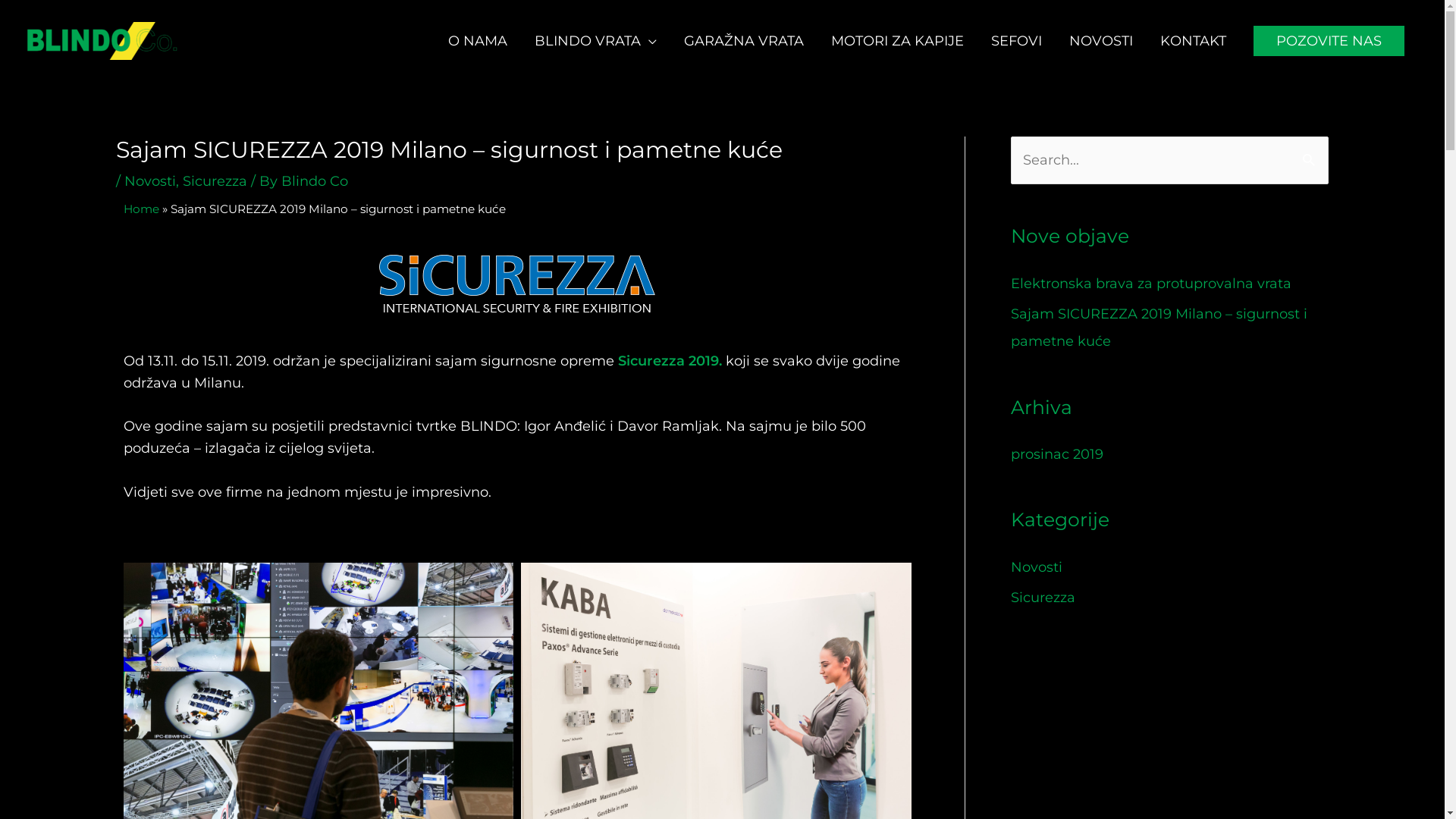 The width and height of the screenshot is (1456, 819). I want to click on 'Sicurezza 2019.', so click(617, 360).